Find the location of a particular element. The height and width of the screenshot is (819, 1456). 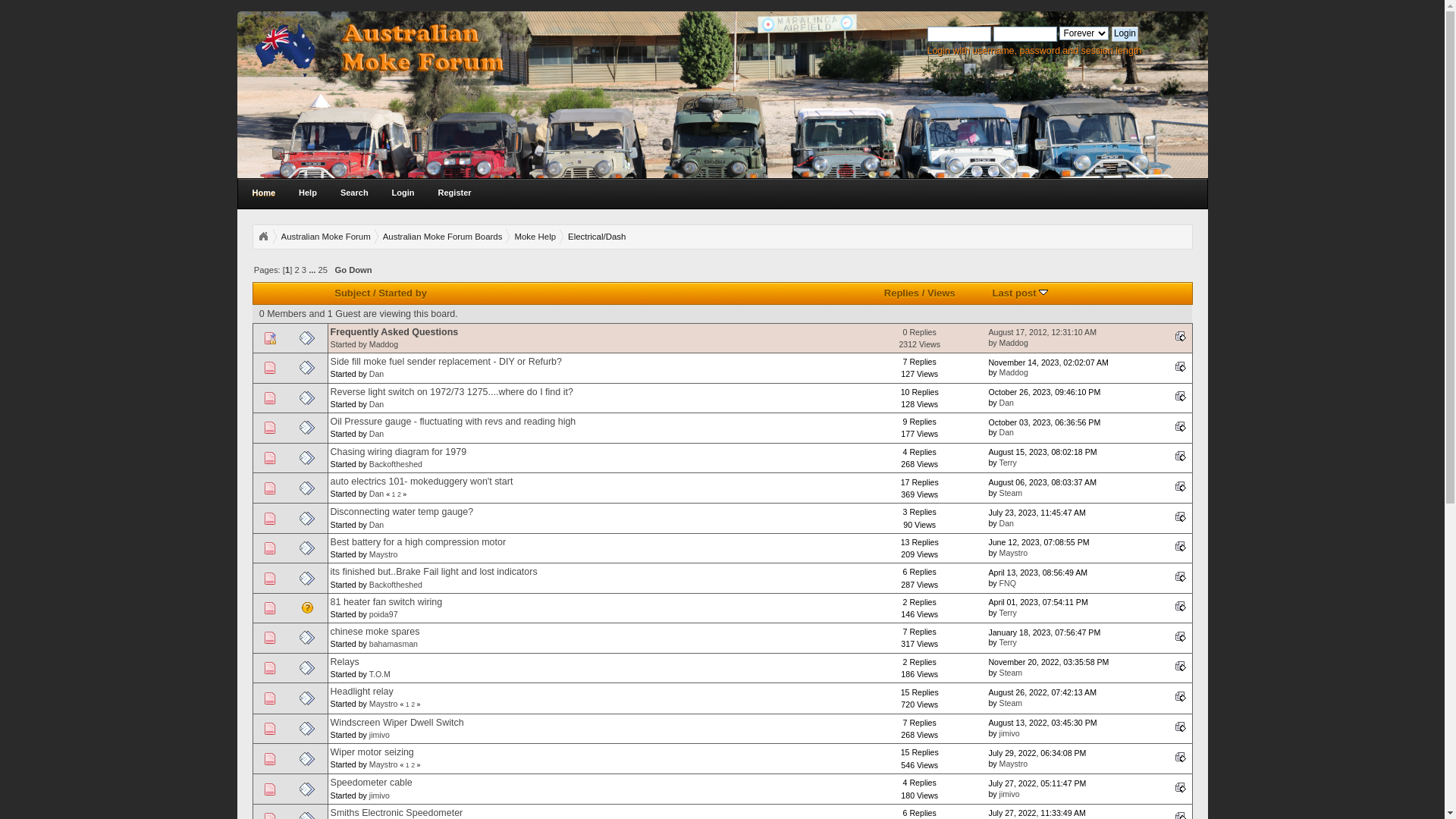

'Subject' is located at coordinates (351, 293).